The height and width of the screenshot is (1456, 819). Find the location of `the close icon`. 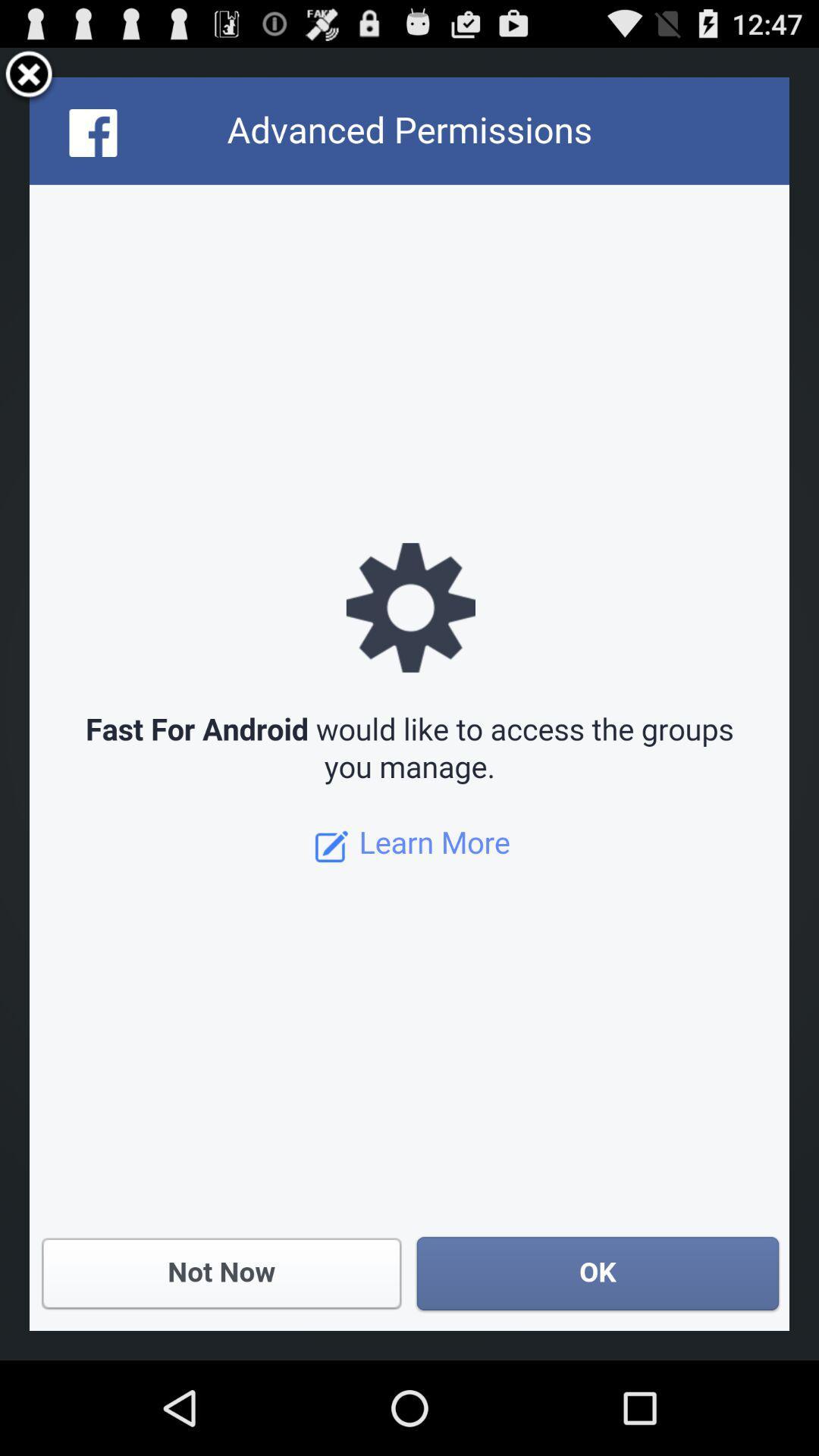

the close icon is located at coordinates (29, 81).